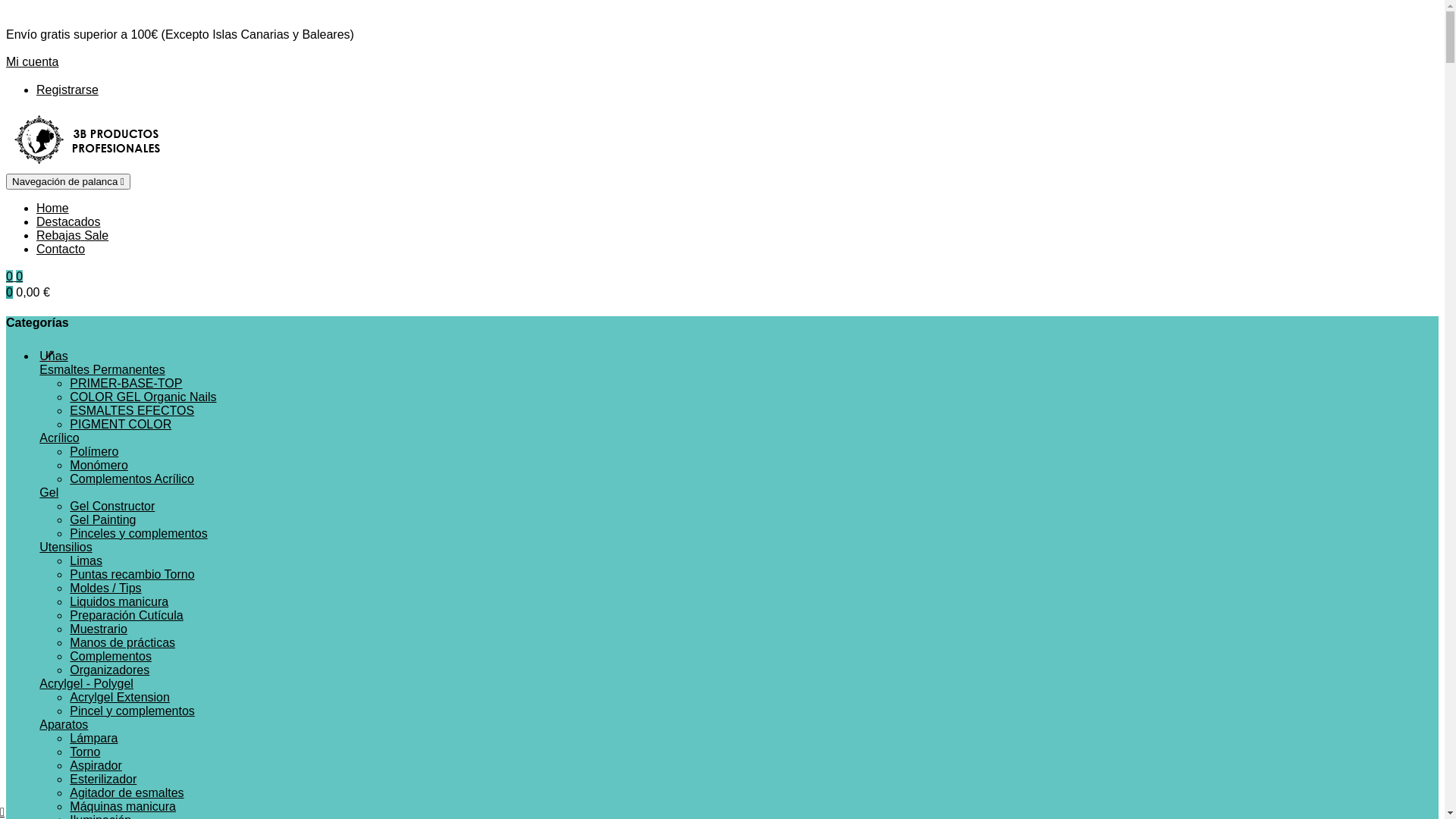 This screenshot has width=1456, height=819. What do you see at coordinates (19, 276) in the screenshot?
I see `'0'` at bounding box center [19, 276].